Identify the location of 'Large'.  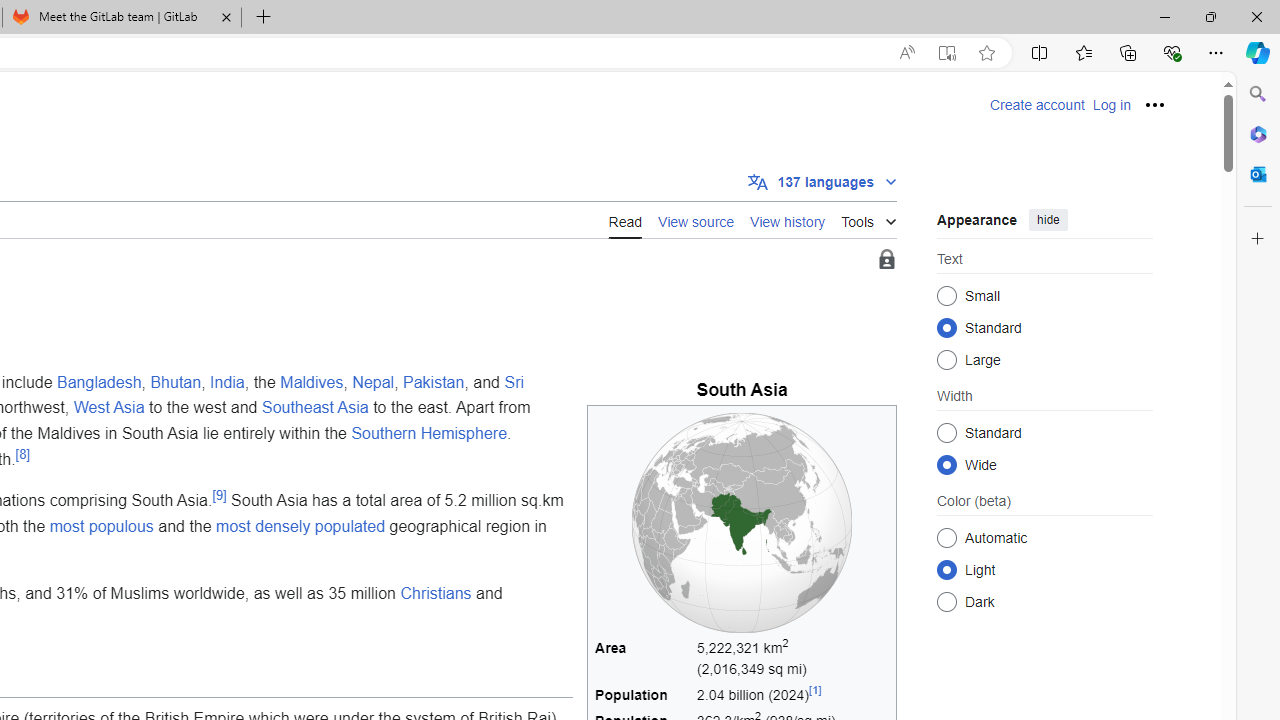
(946, 358).